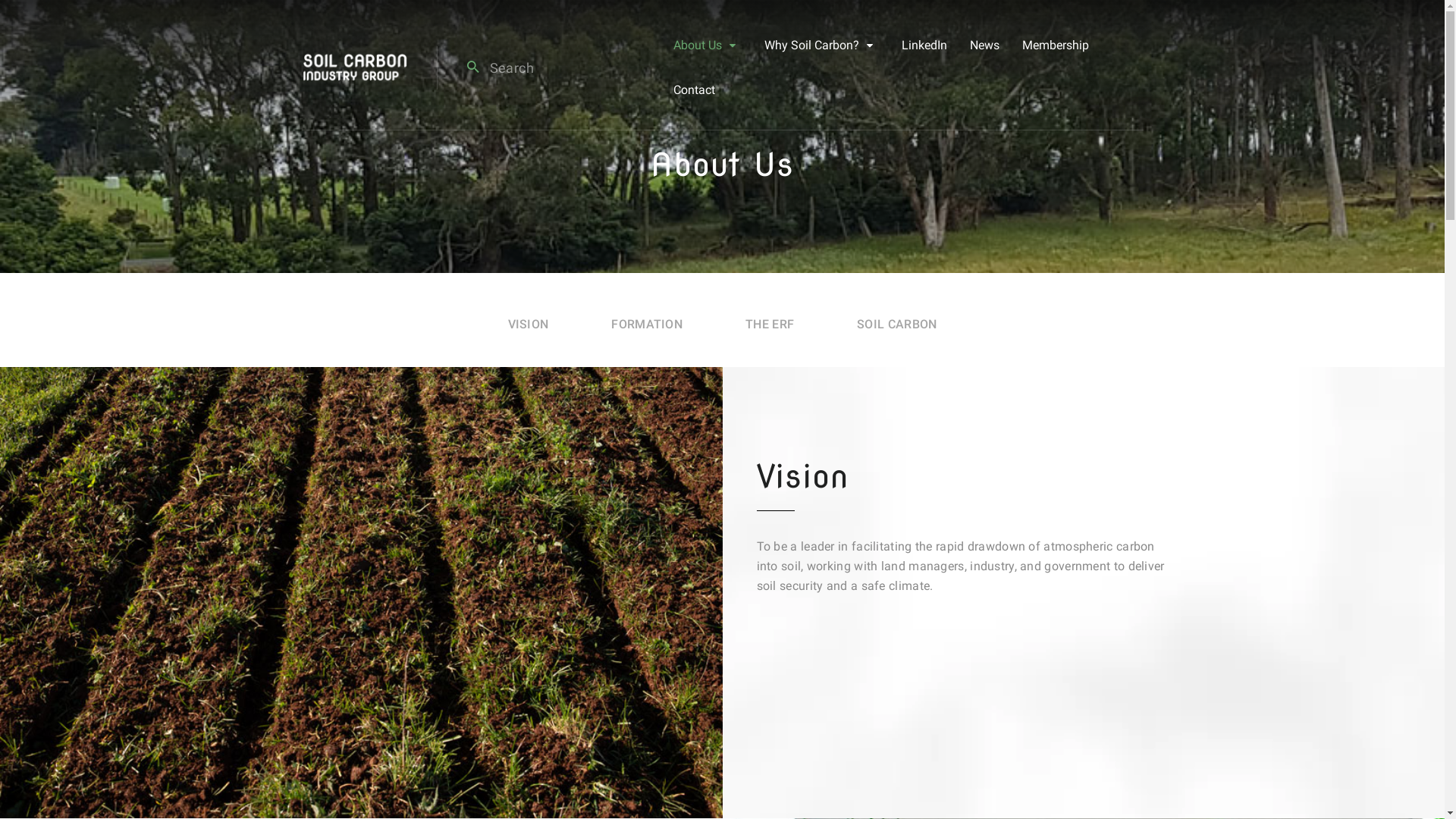  Describe the element at coordinates (693, 89) in the screenshot. I see `'Contact'` at that location.